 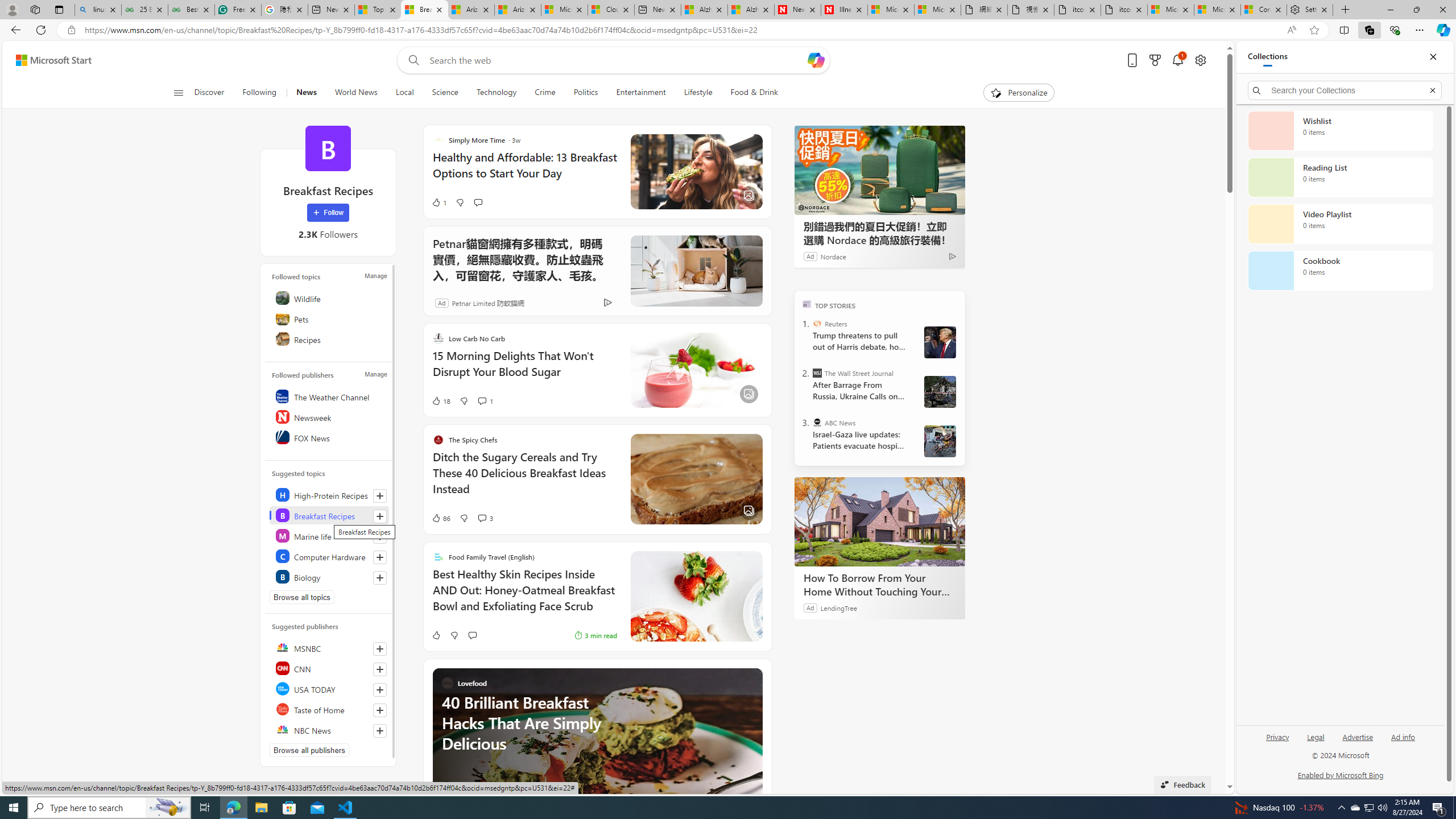 I want to click on 'LendingTree', so click(x=838, y=607).